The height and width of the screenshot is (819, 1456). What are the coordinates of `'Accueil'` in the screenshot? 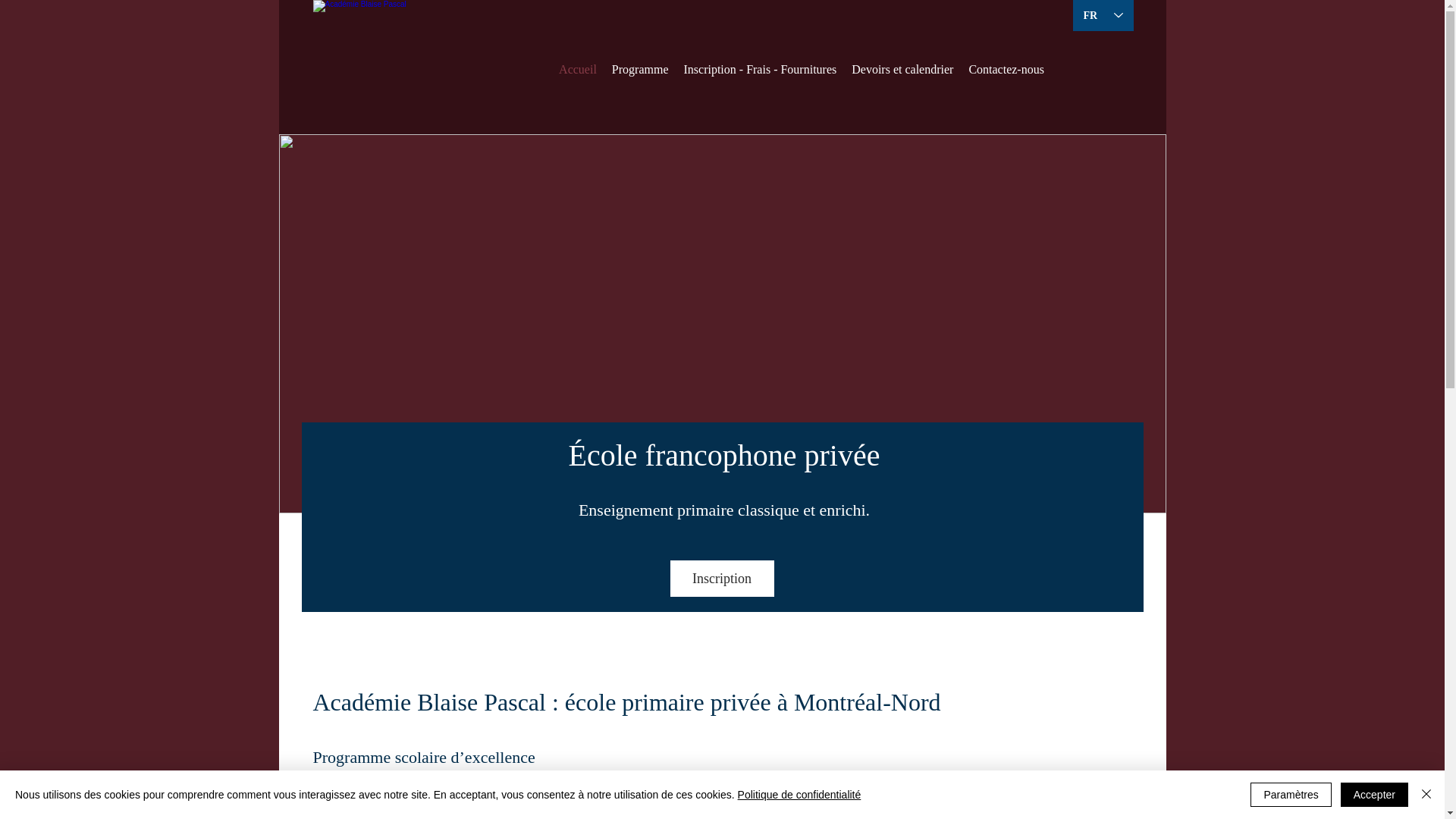 It's located at (577, 69).